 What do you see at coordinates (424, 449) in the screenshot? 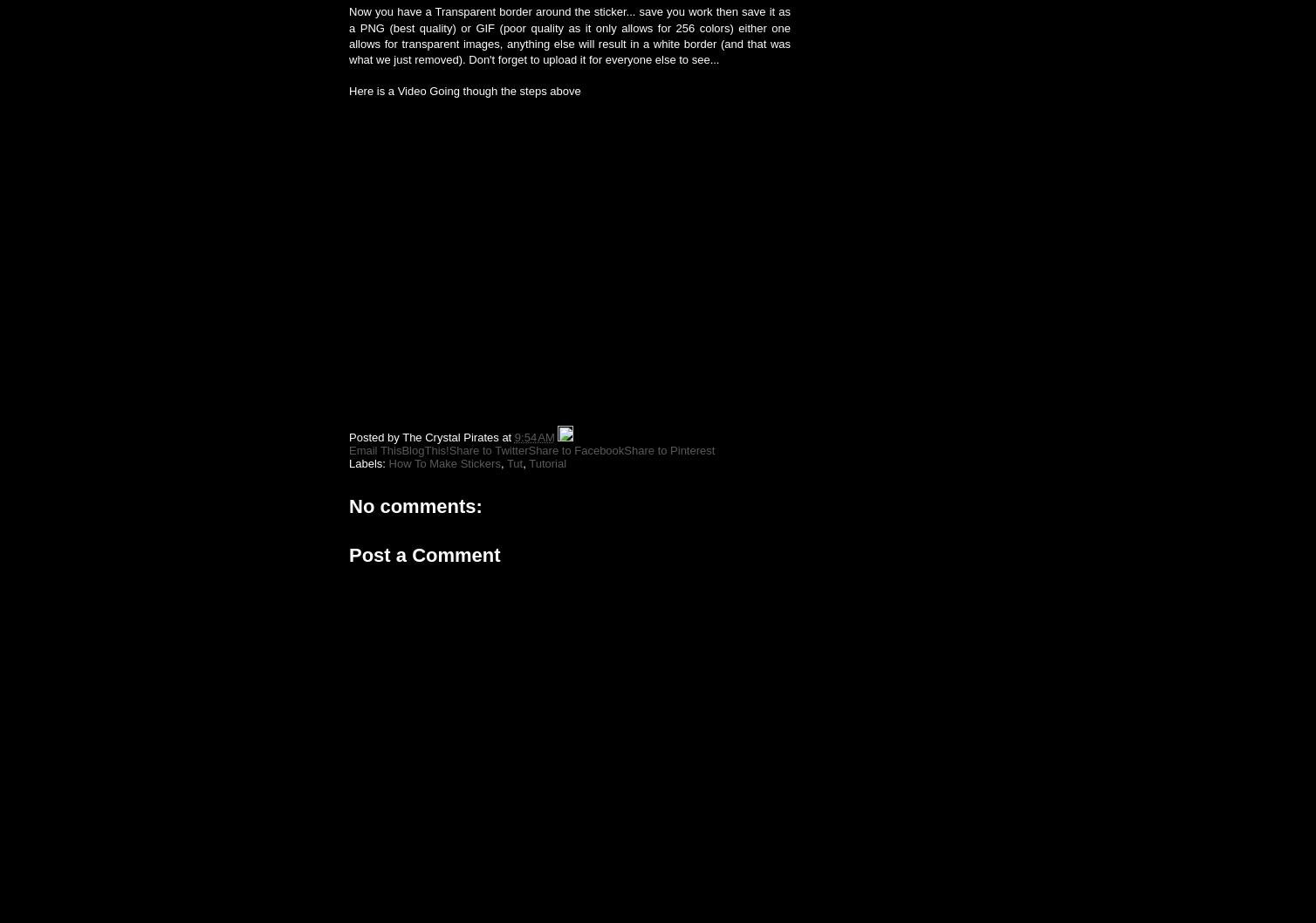
I see `'BlogThis!'` at bounding box center [424, 449].